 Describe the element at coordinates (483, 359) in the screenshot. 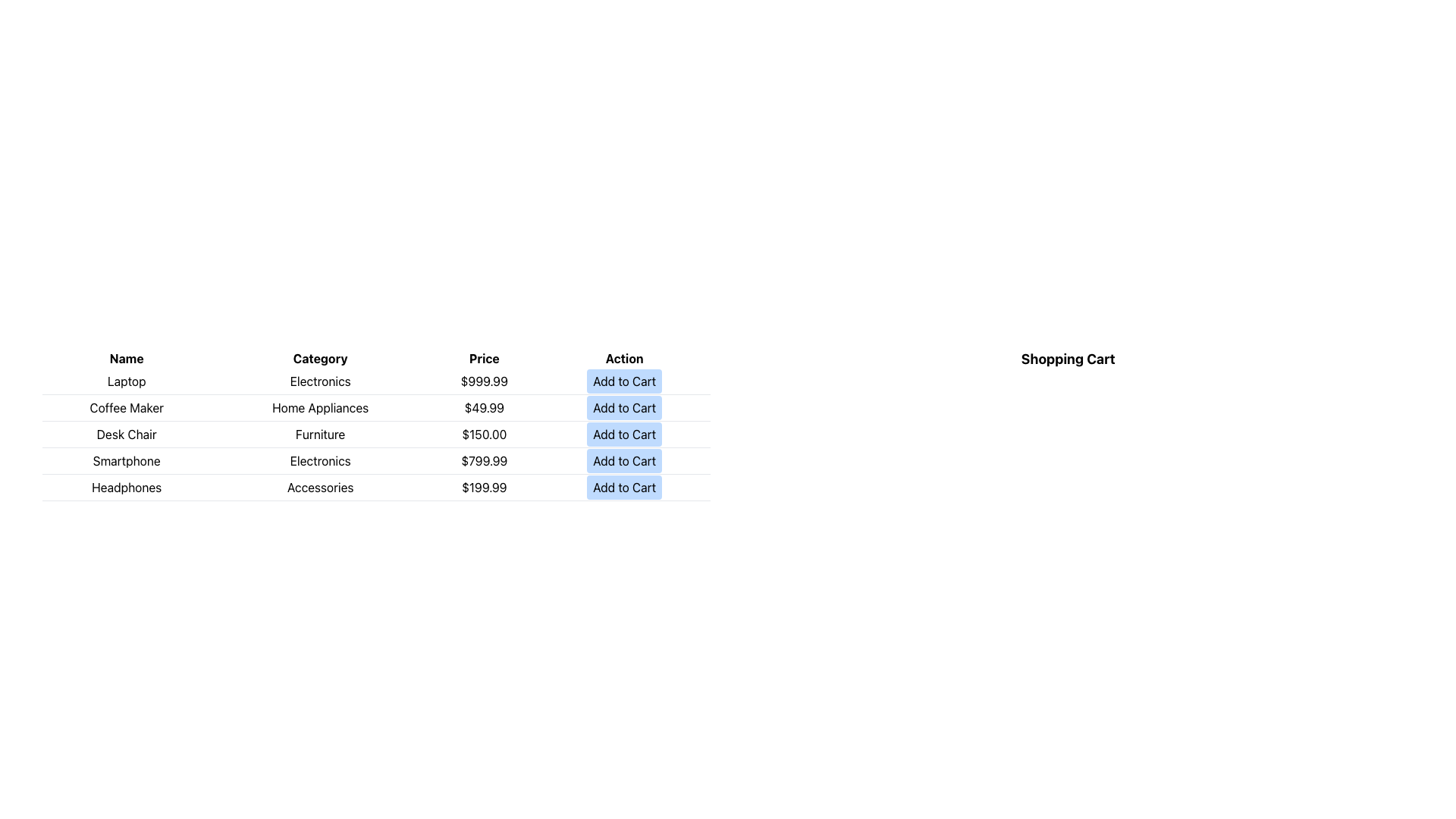

I see `the 'Price' column header in the table, which is located between the 'Category' and 'Action' headers` at that location.